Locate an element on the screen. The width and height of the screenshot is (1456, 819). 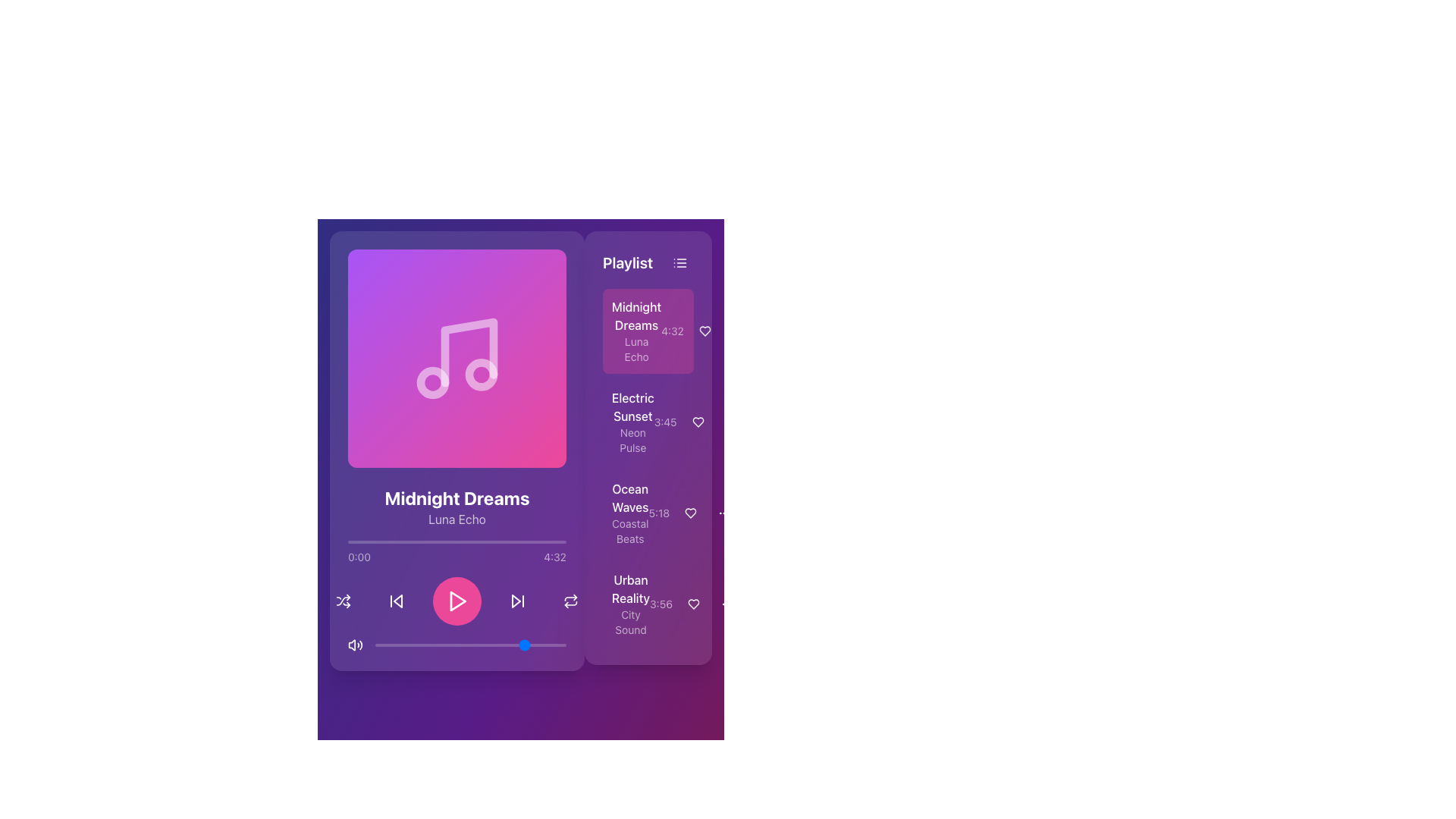
the heart-shaped button located to the right of the 'Urban Reality' entry in the playlist to mark it as a favorite is located at coordinates (693, 604).